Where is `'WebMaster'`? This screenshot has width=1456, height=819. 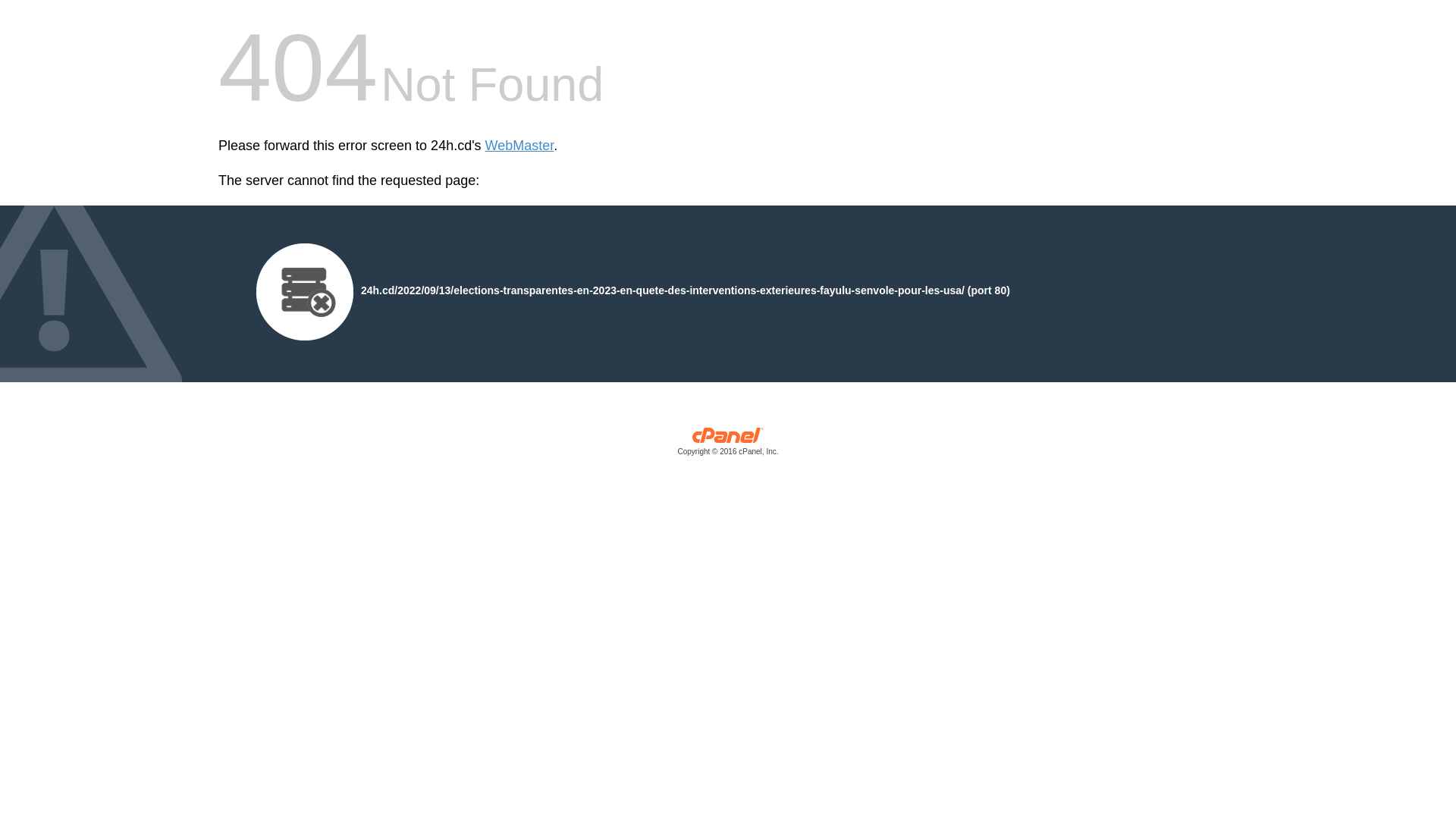
'WebMaster' is located at coordinates (484, 146).